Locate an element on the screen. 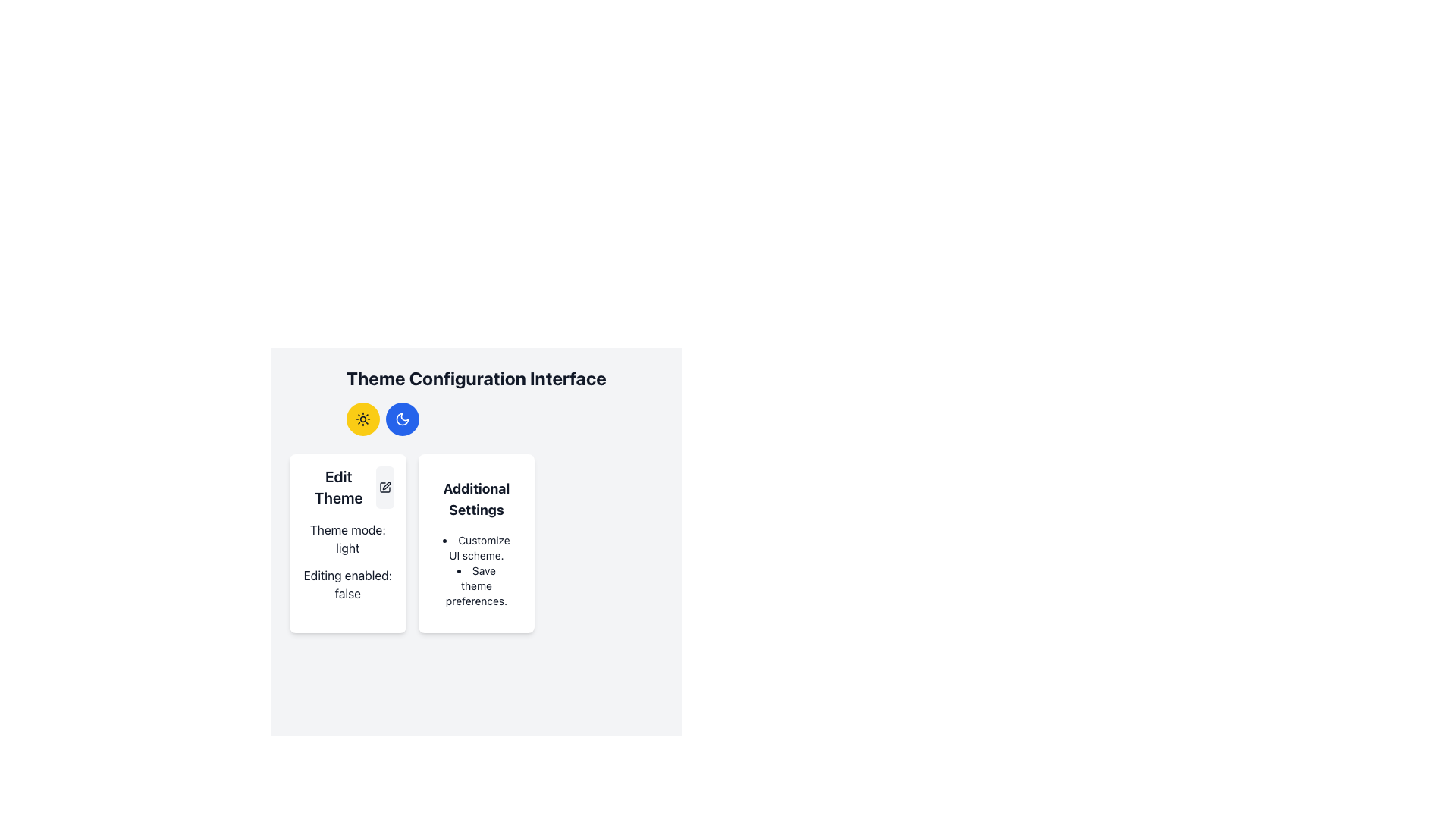 The width and height of the screenshot is (1456, 819). text from the list of configuration options available under the 'Additional Settings' section, which is the second component within the white card titled 'Additional Settings.' is located at coordinates (475, 570).